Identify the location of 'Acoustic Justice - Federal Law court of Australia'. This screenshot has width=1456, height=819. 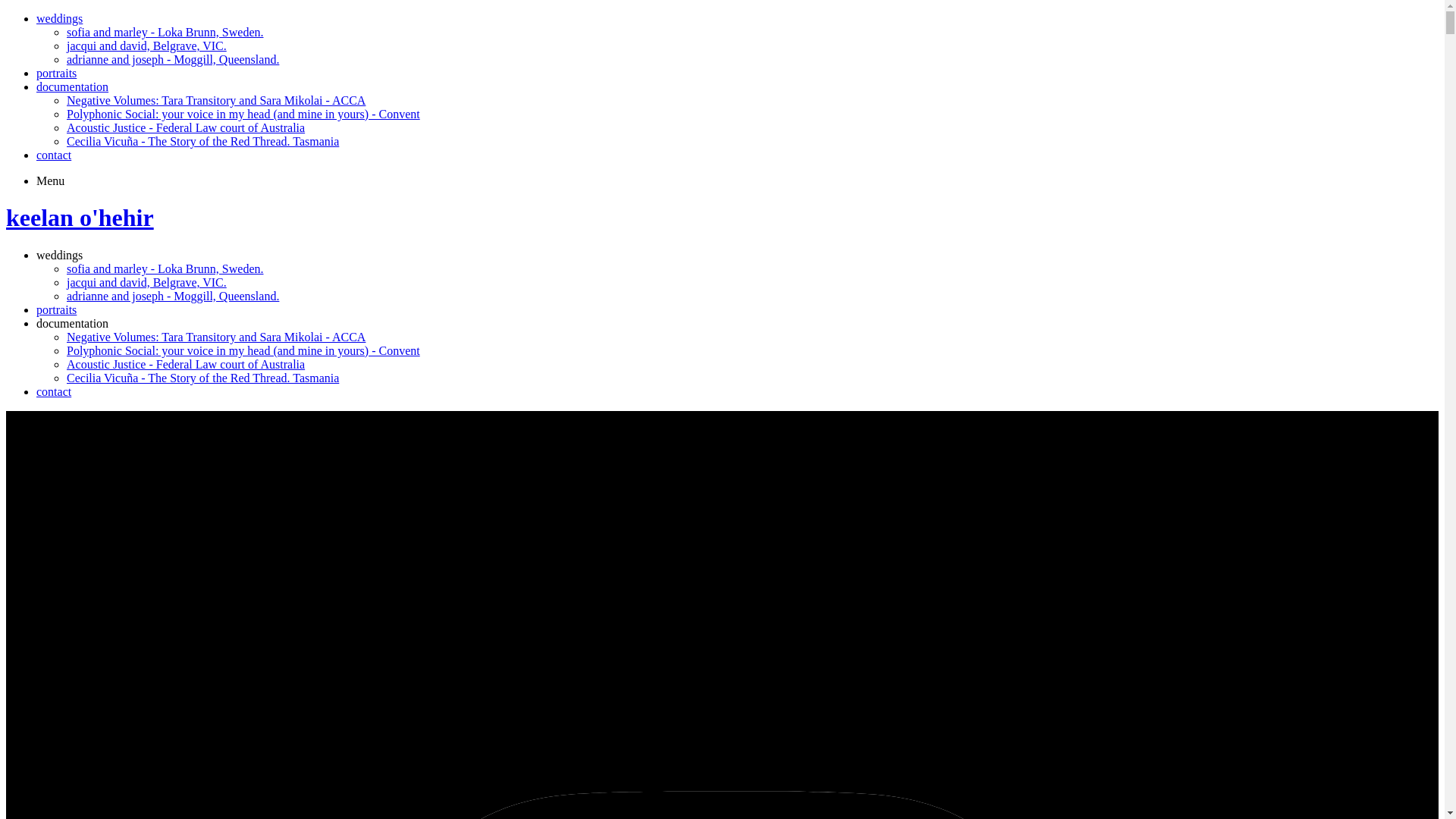
(184, 127).